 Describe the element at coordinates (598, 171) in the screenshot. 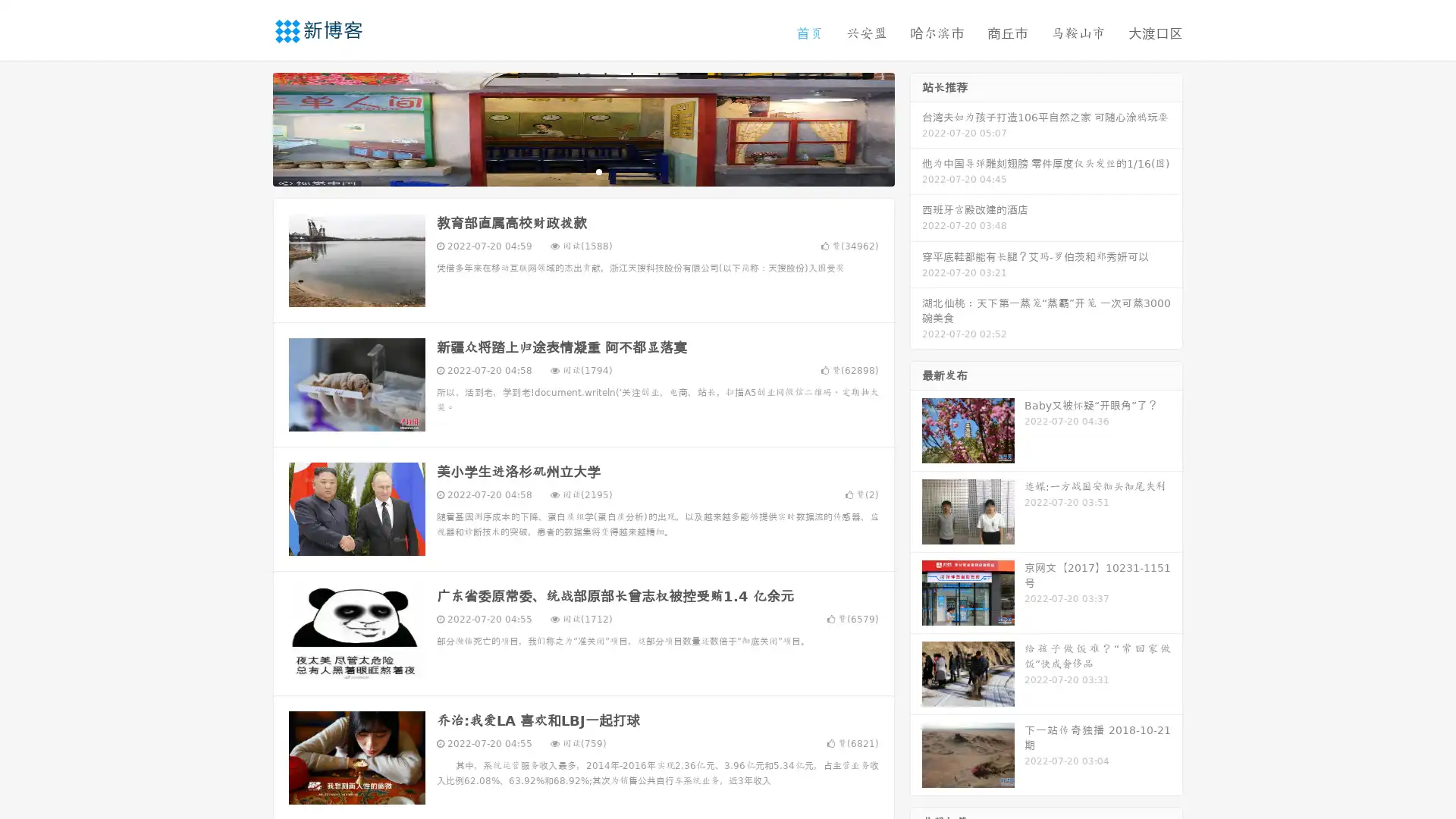

I see `Go to slide 3` at that location.